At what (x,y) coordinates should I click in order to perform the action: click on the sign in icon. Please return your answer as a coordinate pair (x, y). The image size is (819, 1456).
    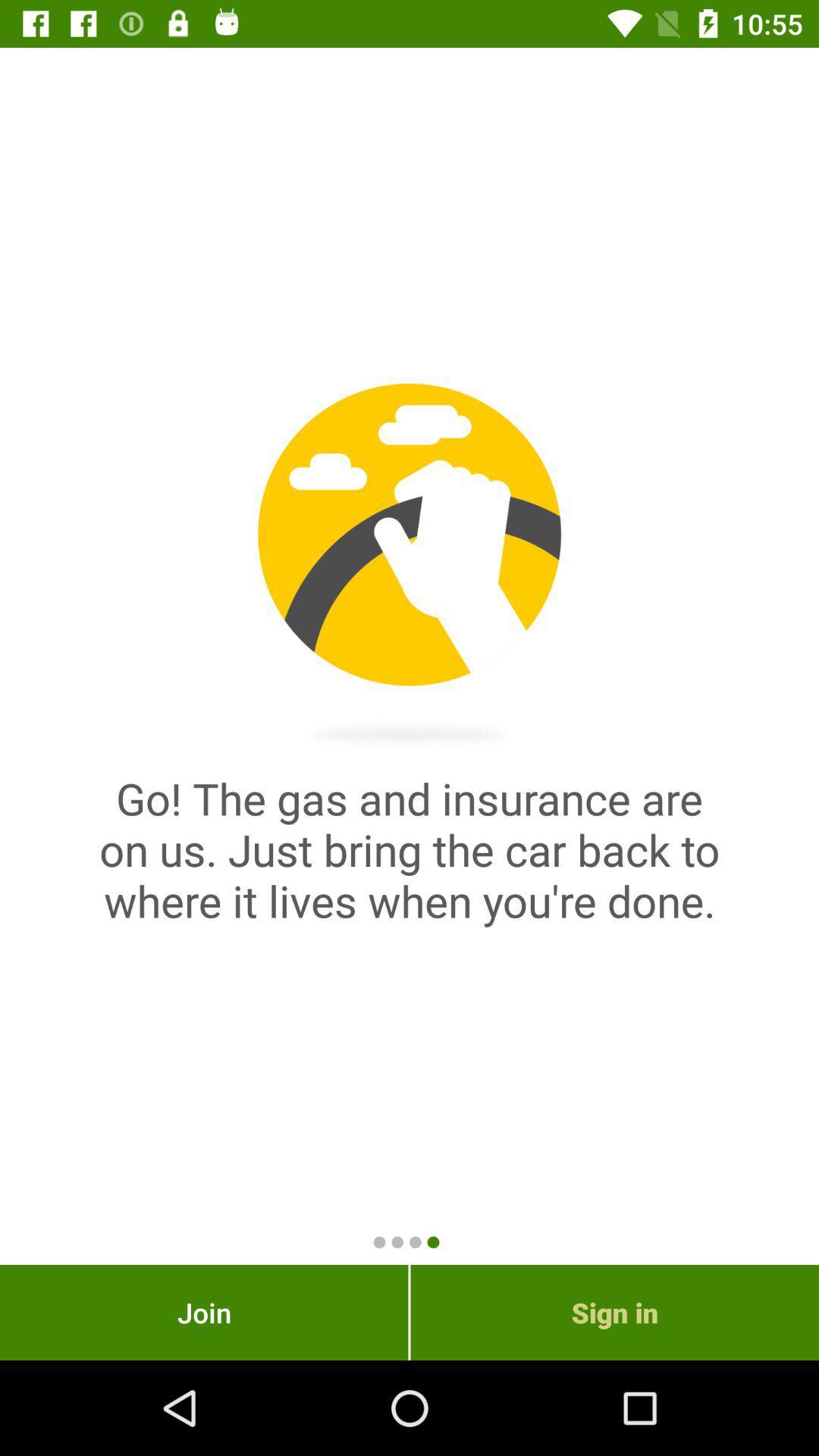
    Looking at the image, I should click on (614, 1312).